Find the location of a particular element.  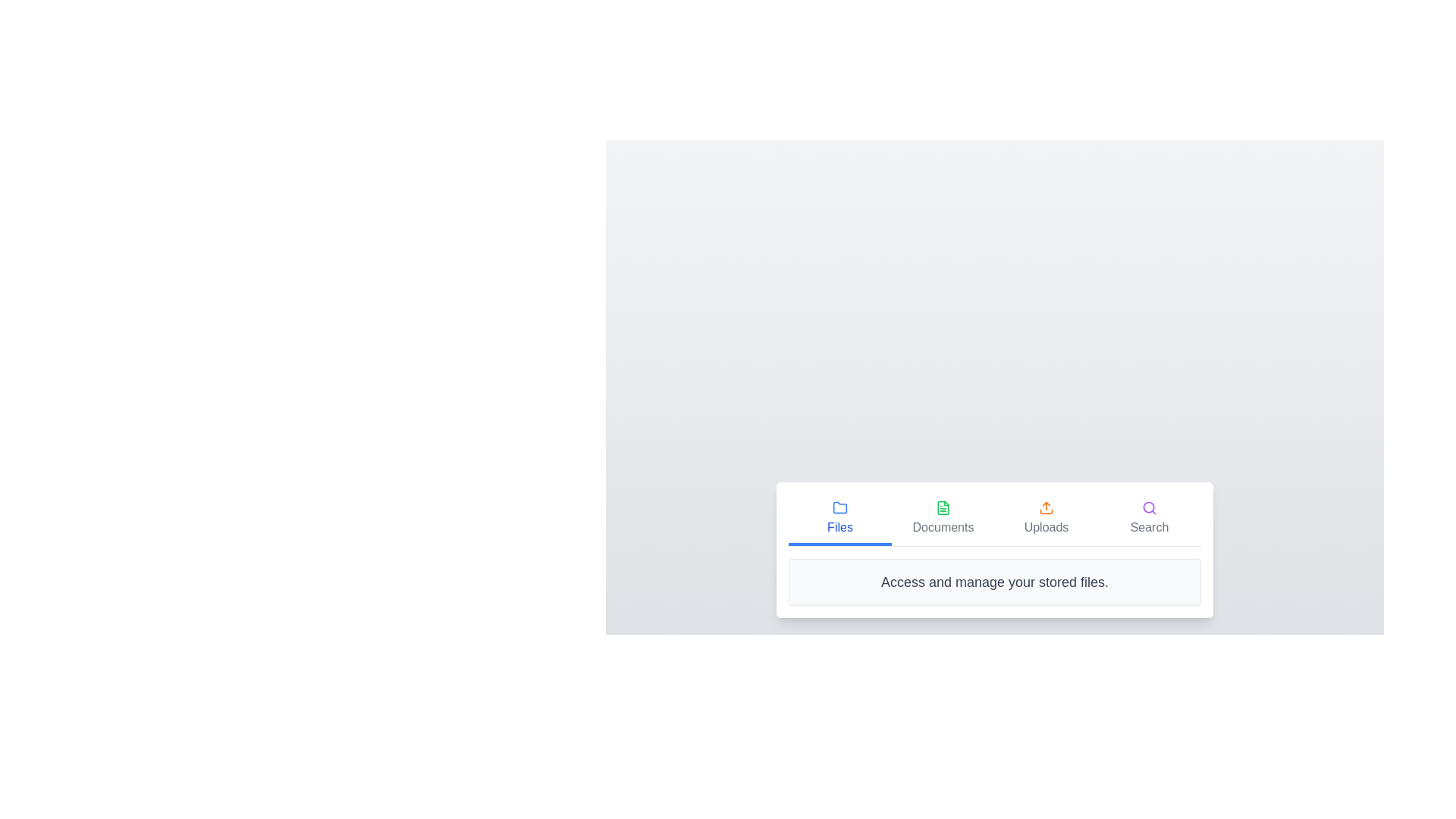

the tab labeled Search to view its content is located at coordinates (1150, 519).